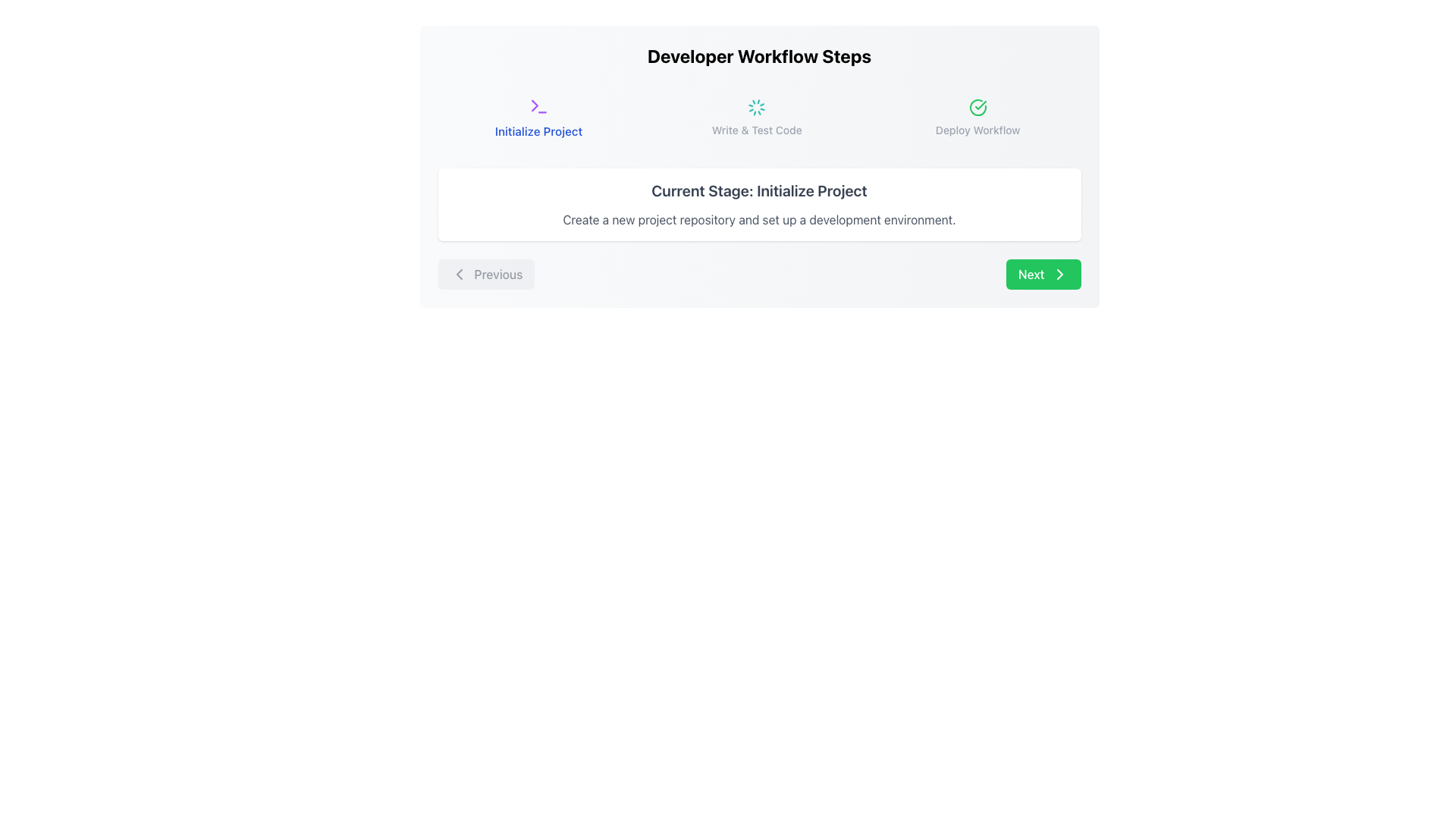  Describe the element at coordinates (538, 105) in the screenshot. I see `the purple terminal command prompt icon located at the top-left of the 'Initialize Project' section, above the 'Initialize Project' label` at that location.